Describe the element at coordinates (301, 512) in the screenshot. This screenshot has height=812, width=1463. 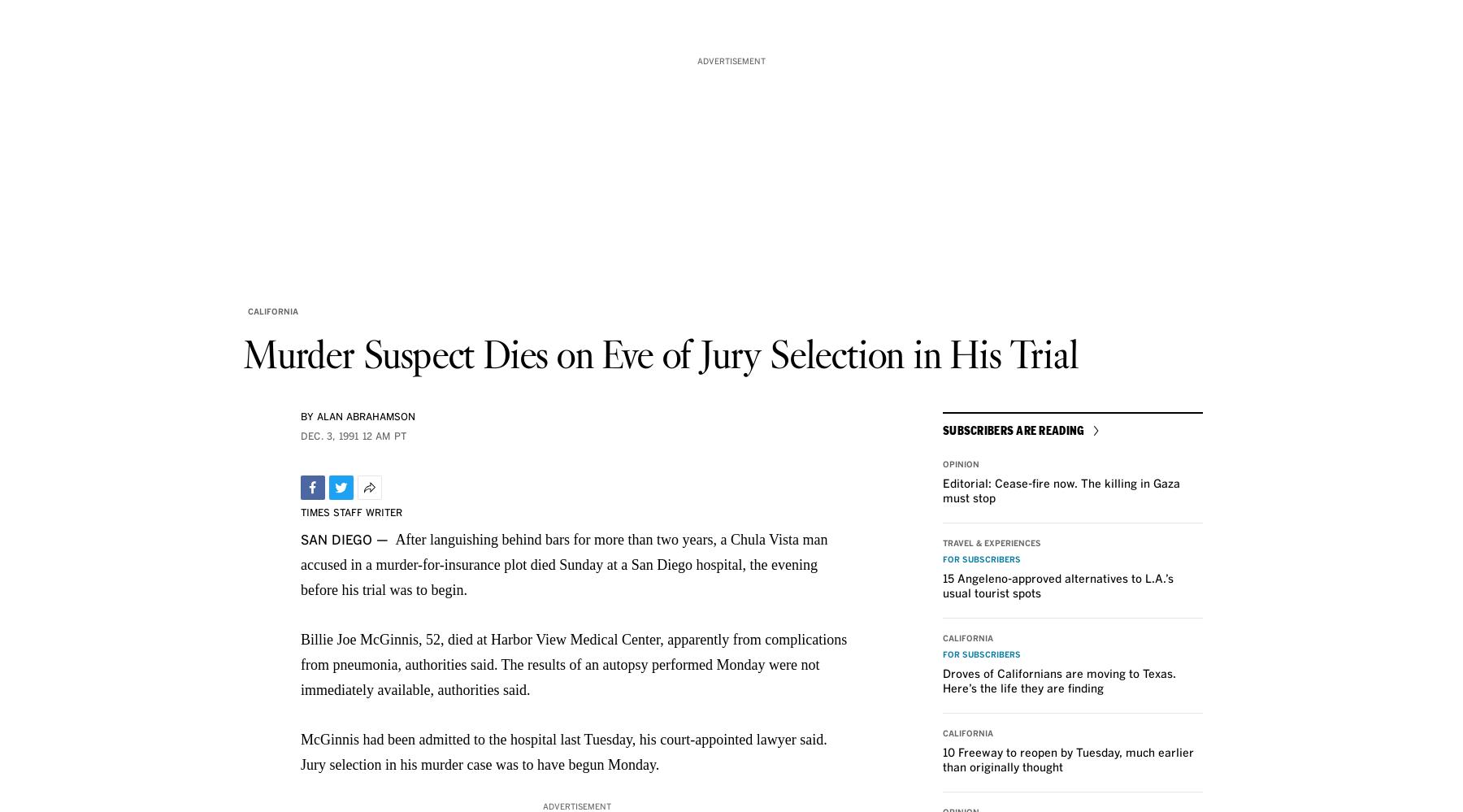
I see `'TIMES STAFF WRITER'` at that location.